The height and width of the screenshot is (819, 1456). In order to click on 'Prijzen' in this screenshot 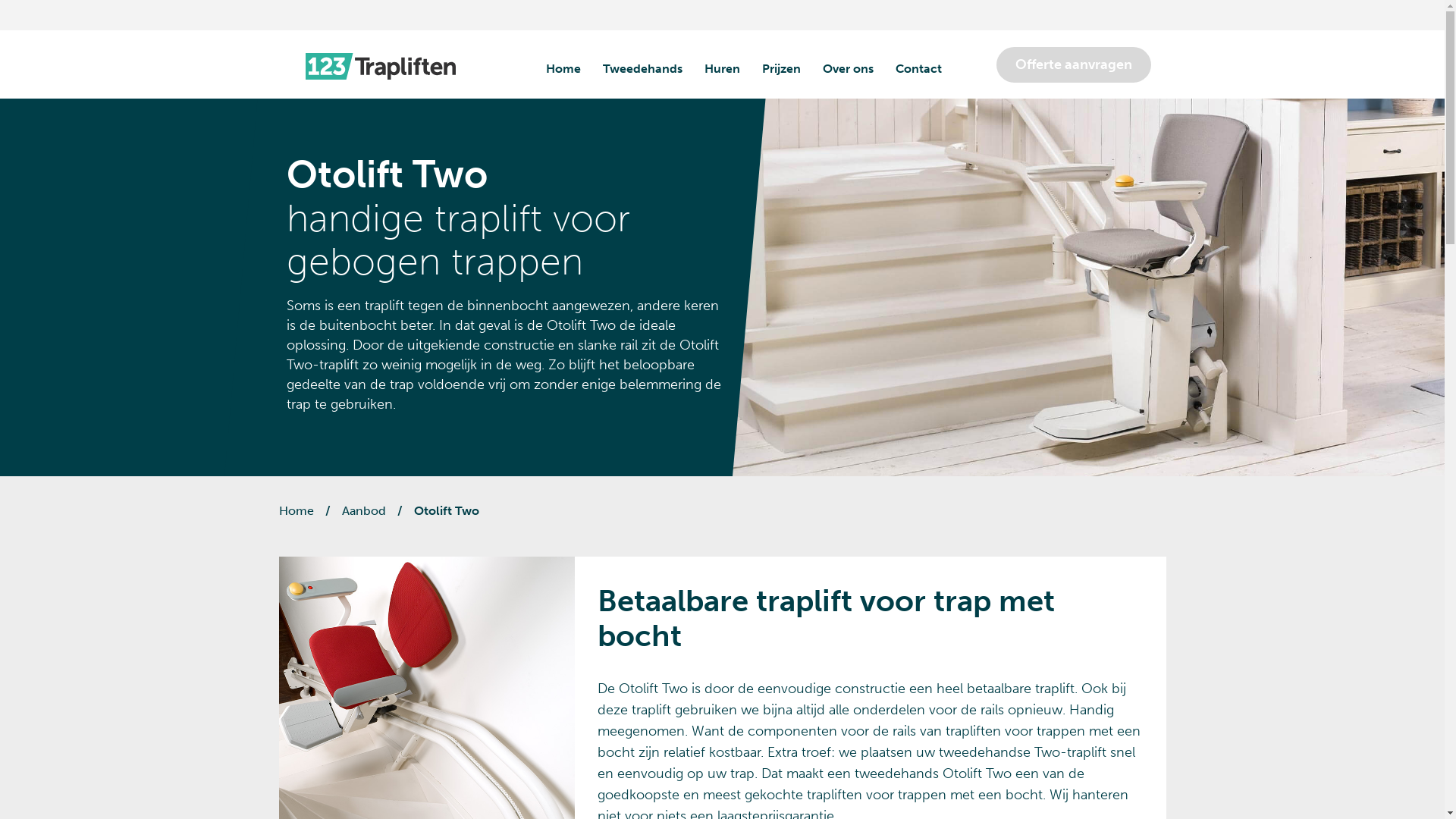, I will do `click(780, 69)`.